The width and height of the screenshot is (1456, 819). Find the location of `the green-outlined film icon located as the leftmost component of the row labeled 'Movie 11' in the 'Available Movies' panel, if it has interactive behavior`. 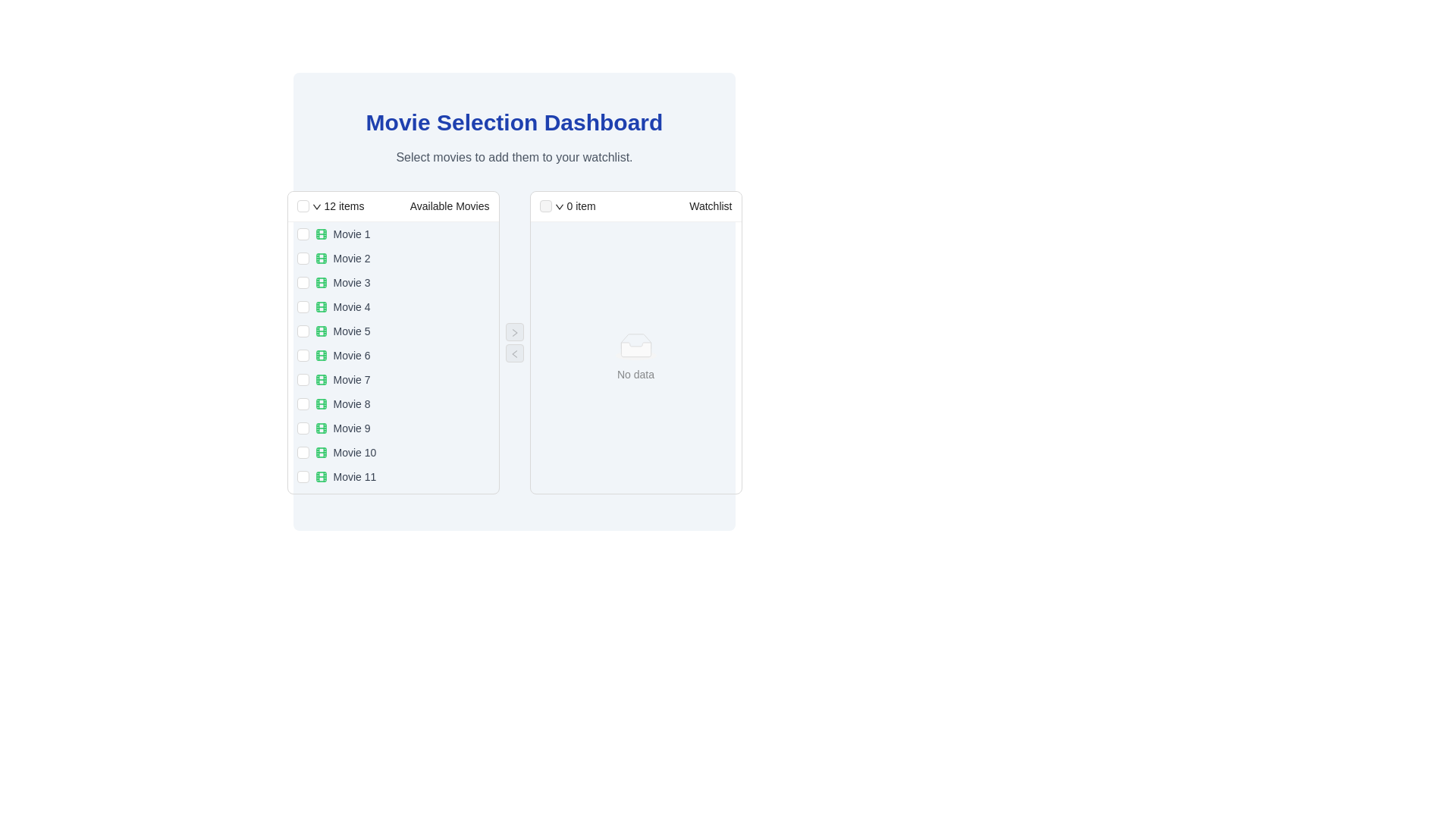

the green-outlined film icon located as the leftmost component of the row labeled 'Movie 11' in the 'Available Movies' panel, if it has interactive behavior is located at coordinates (320, 475).